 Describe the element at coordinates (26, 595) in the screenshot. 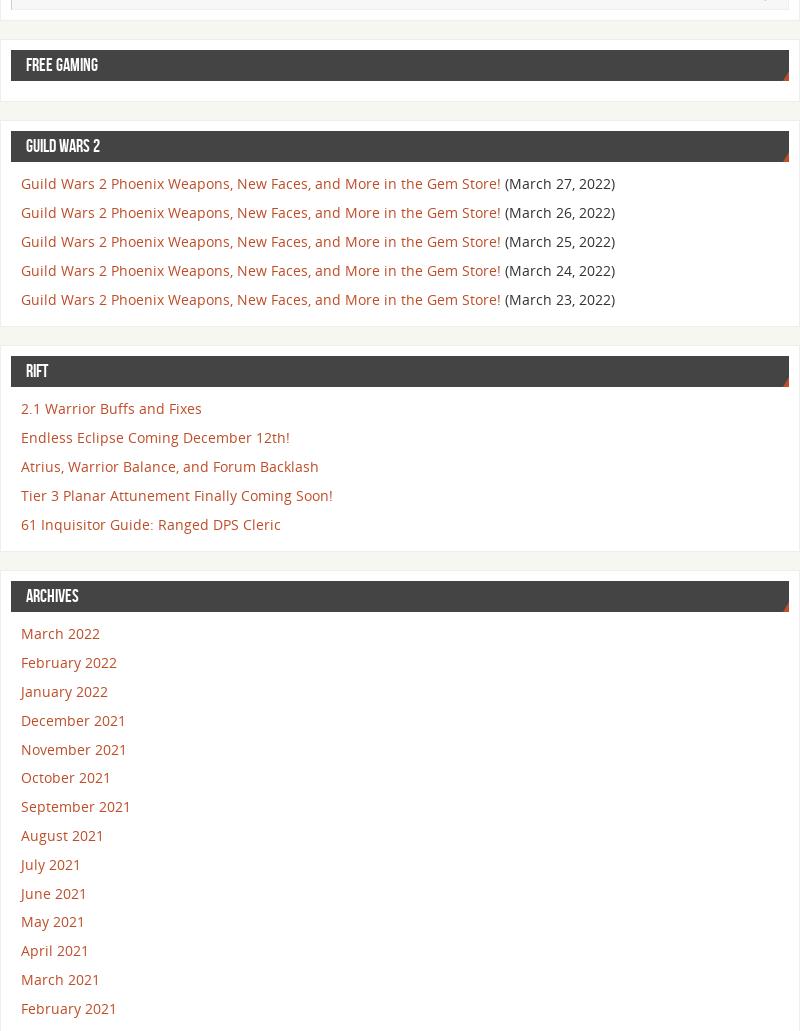

I see `'Archives'` at that location.